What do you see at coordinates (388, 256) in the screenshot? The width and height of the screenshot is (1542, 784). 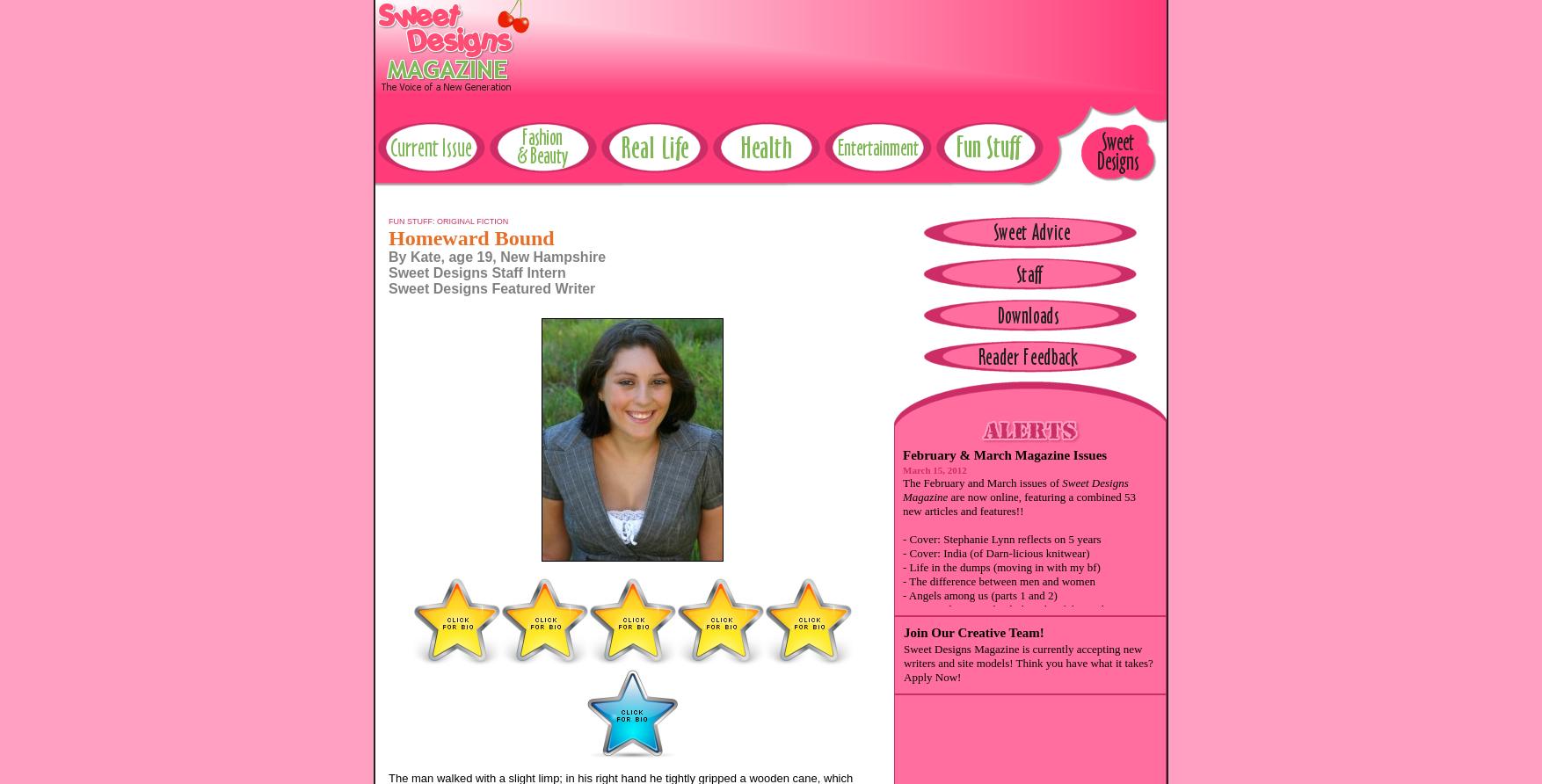 I see `'By Kate, age 19, New Hampshire'` at bounding box center [388, 256].